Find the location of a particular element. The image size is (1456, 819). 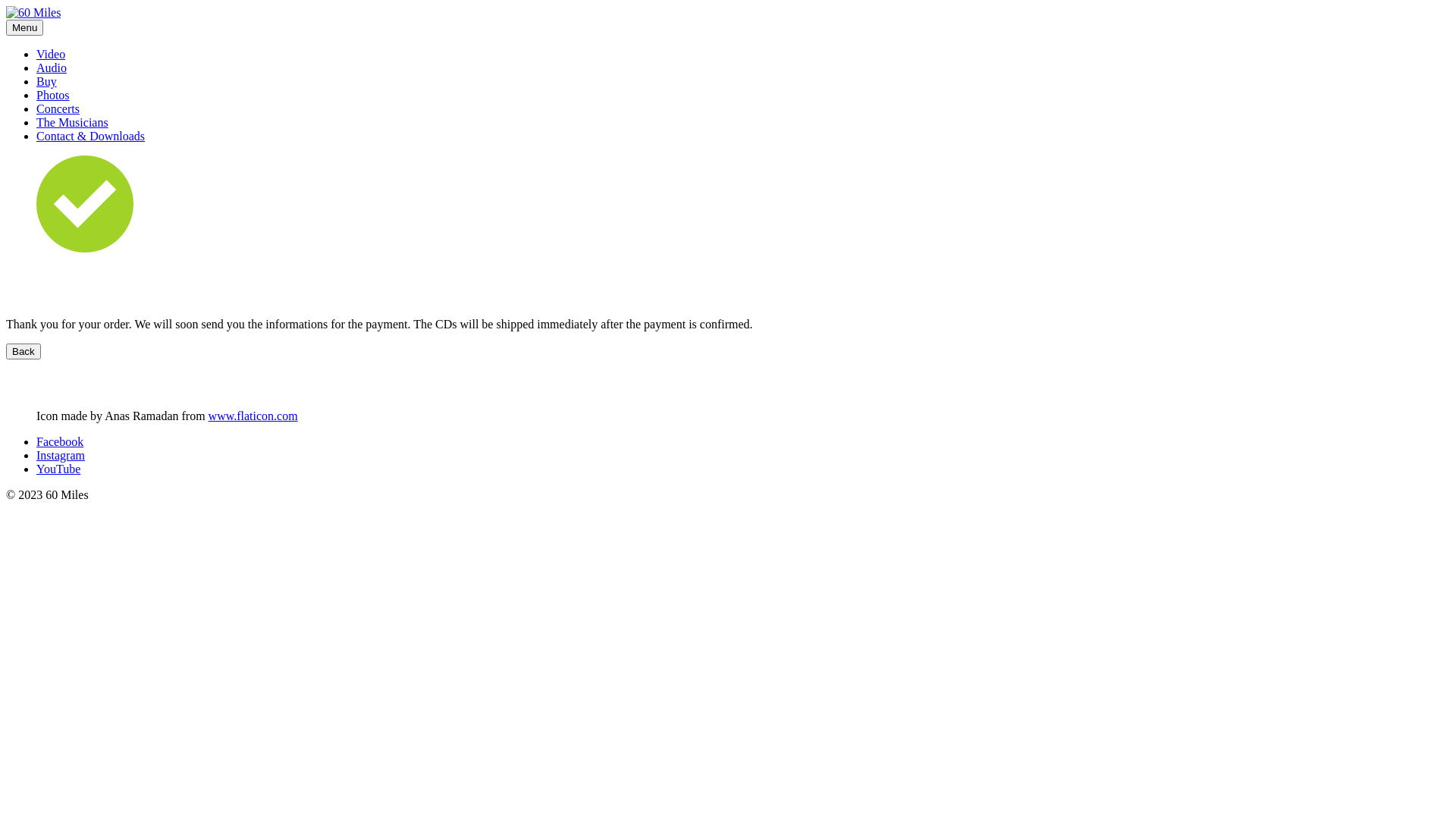

'Buy' is located at coordinates (46, 81).